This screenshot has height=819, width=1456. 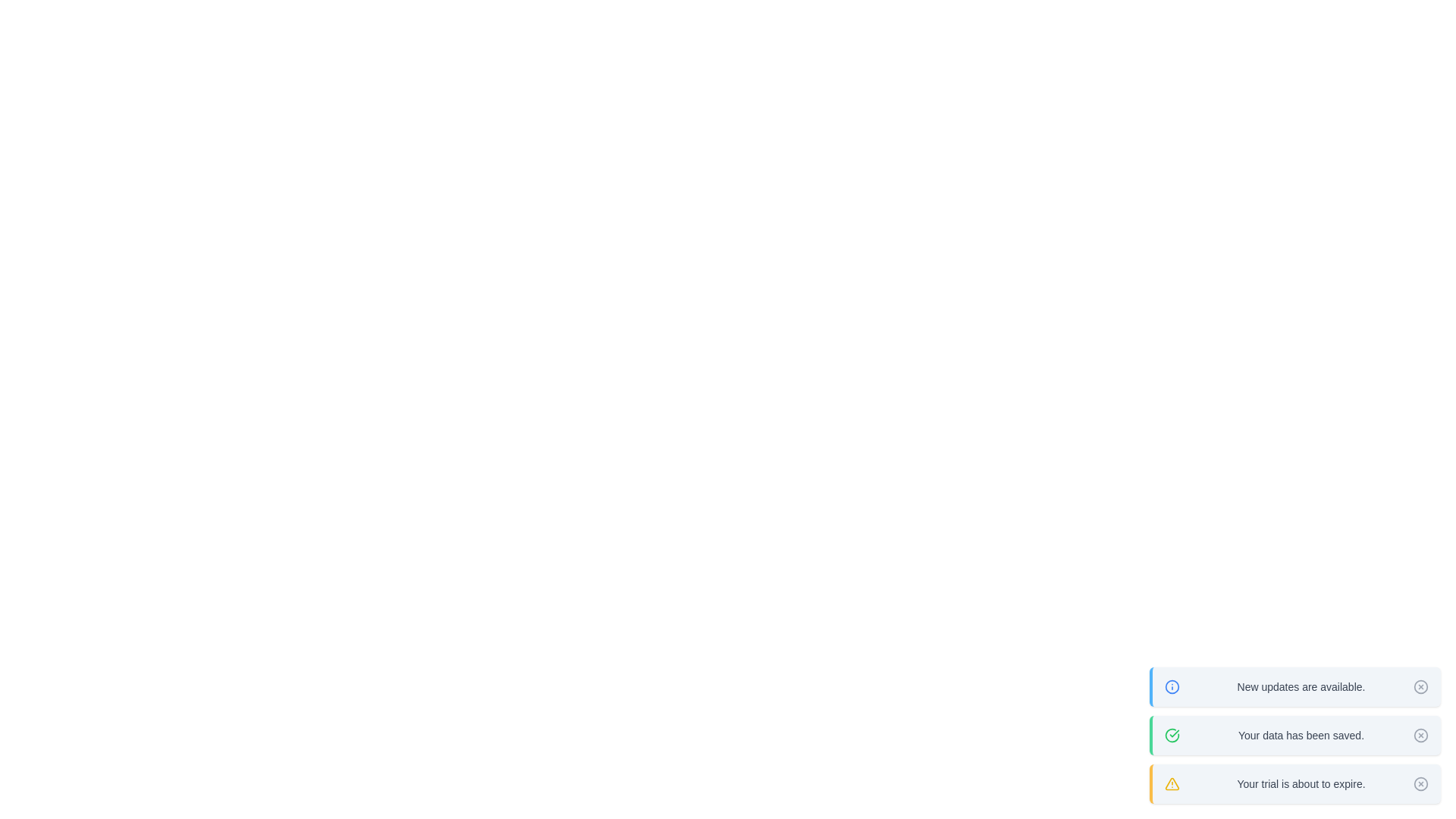 What do you see at coordinates (1420, 783) in the screenshot?
I see `the close button for the notification regarding the trial expiration to change its color to red` at bounding box center [1420, 783].